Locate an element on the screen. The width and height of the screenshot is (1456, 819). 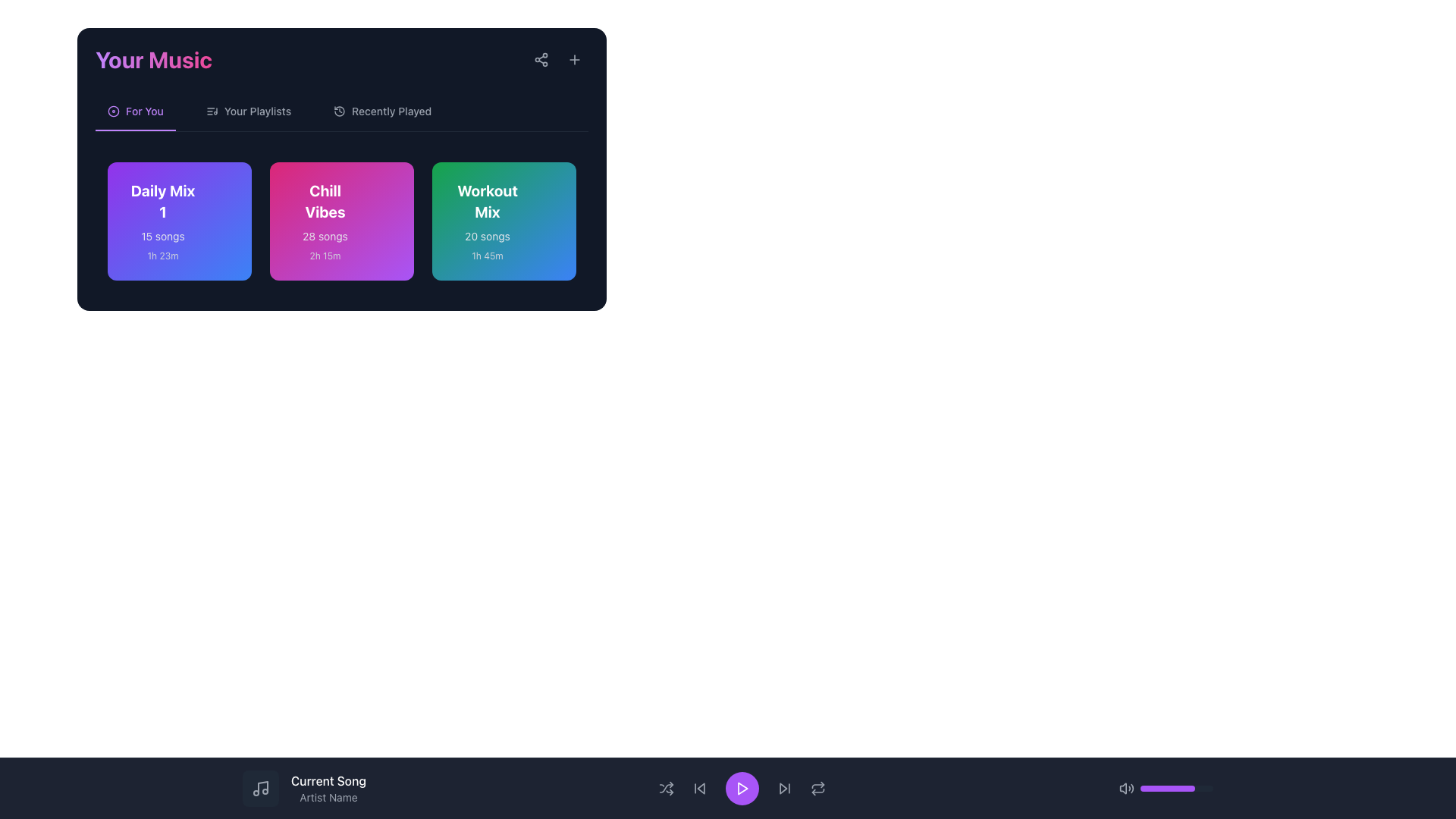
the 'Chill Vibes' playlist panel, which features a gradient background from pink to purple and displays the title 'Chill Vibes' in bold text is located at coordinates (341, 221).